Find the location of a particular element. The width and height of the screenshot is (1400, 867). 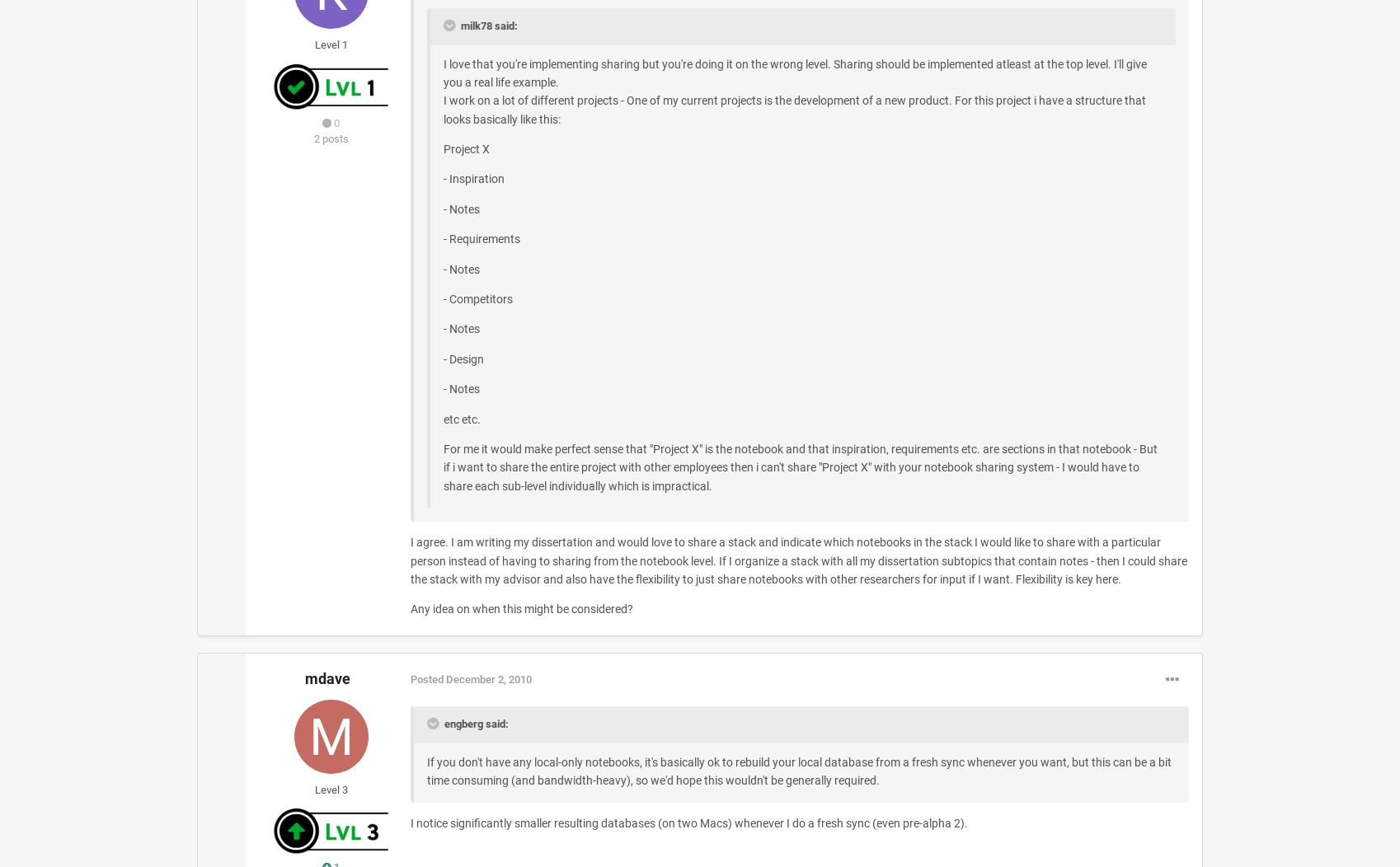

'Any idea on when this might be considered?' is located at coordinates (519, 609).